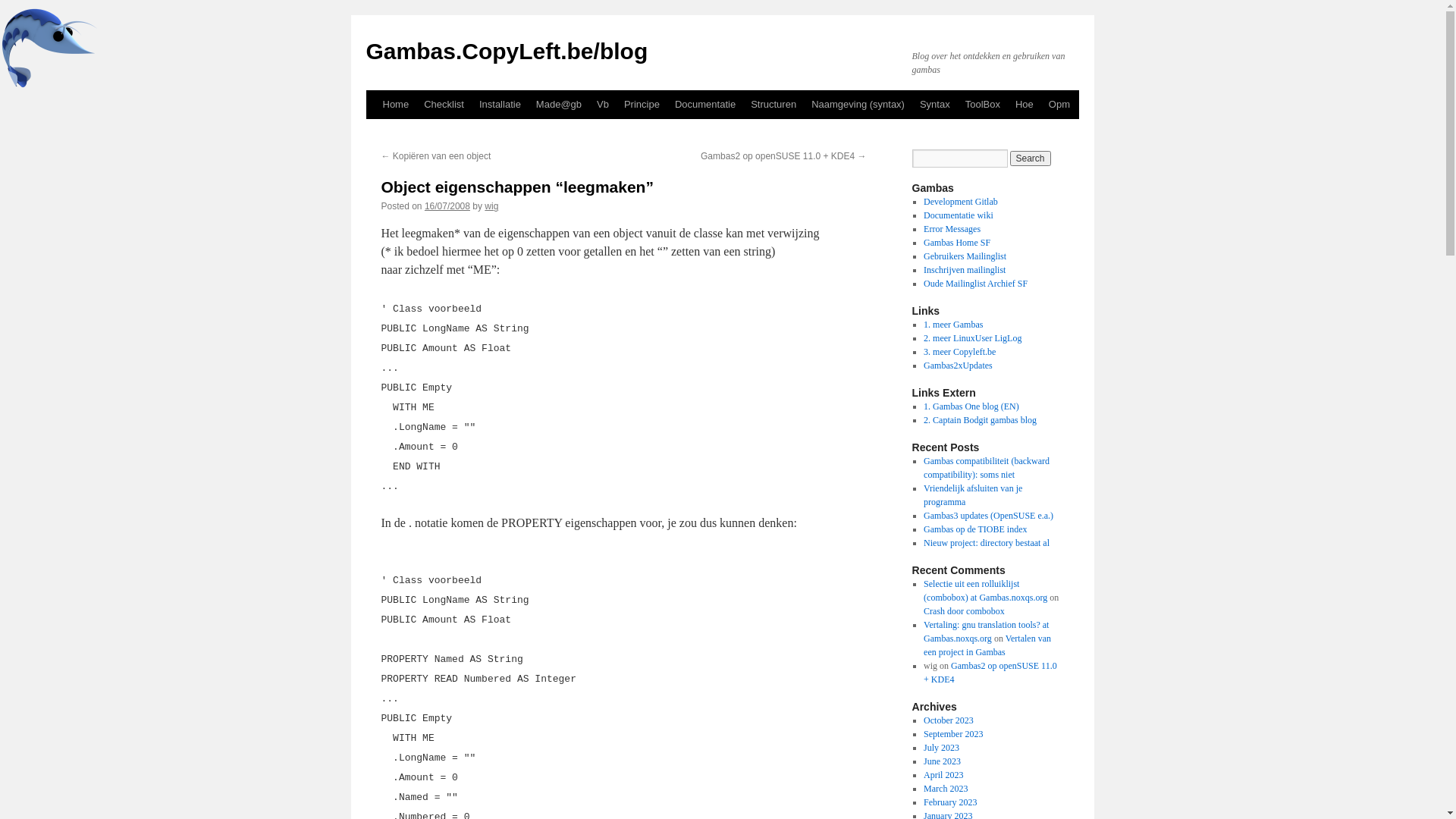 The width and height of the screenshot is (1456, 819). Describe the element at coordinates (987, 645) in the screenshot. I see `'Vertalen van een project in Gambas'` at that location.